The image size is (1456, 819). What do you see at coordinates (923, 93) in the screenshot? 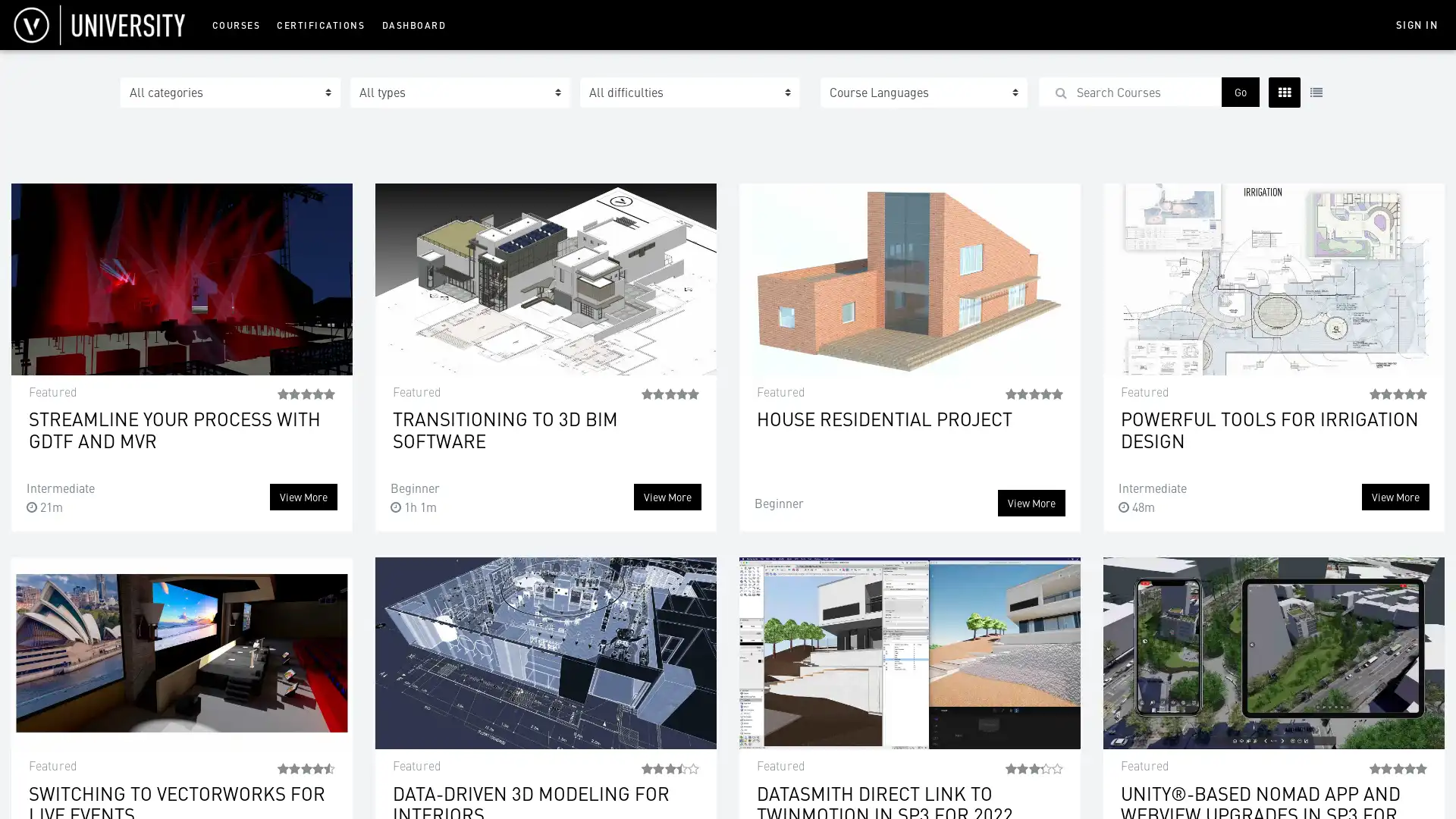
I see `Course Languages` at bounding box center [923, 93].